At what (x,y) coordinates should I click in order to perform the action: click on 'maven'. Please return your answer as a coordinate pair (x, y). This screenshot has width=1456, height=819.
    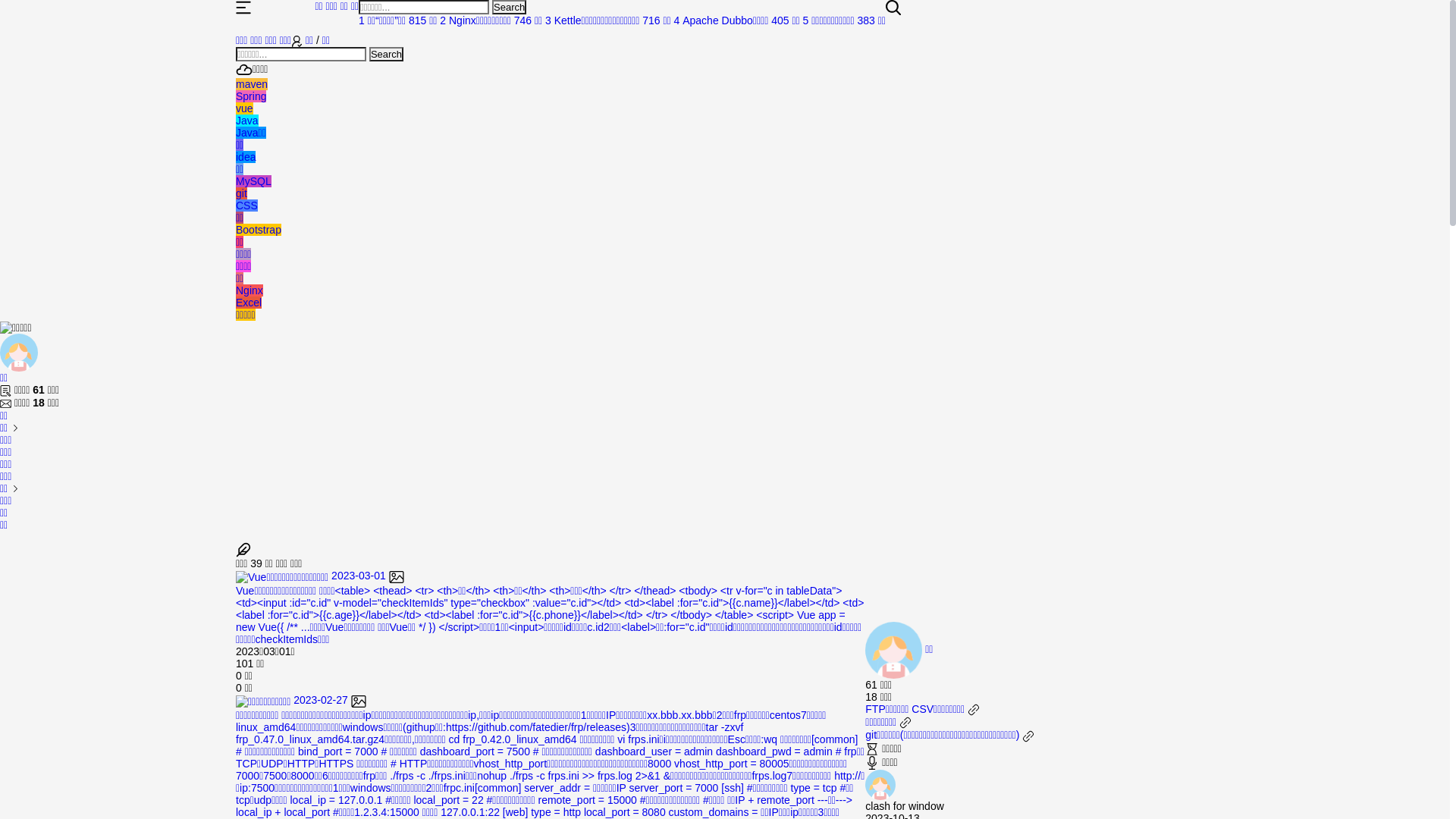
    Looking at the image, I should click on (251, 84).